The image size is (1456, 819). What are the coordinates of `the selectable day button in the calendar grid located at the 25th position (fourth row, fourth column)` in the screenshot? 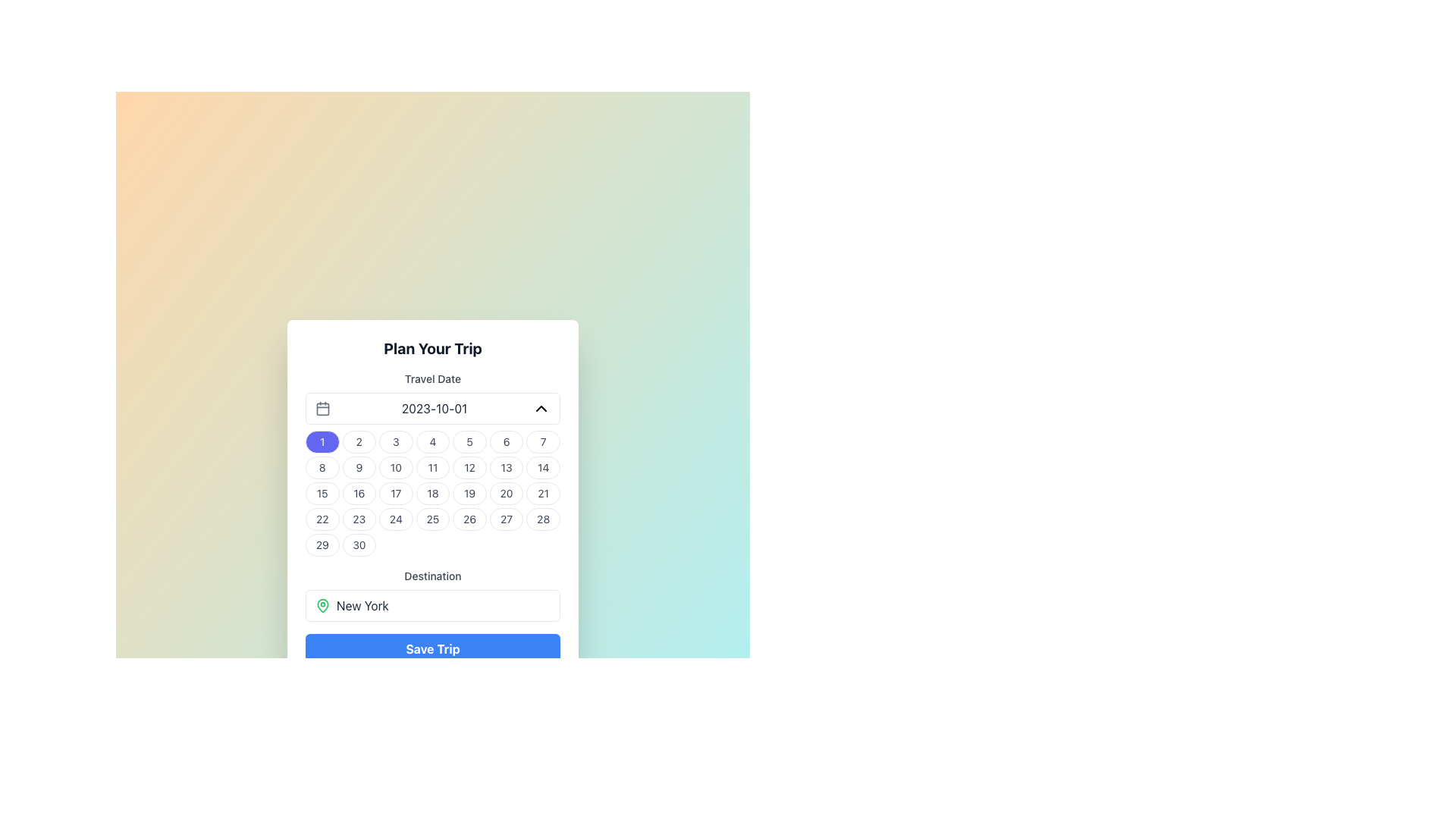 It's located at (432, 519).